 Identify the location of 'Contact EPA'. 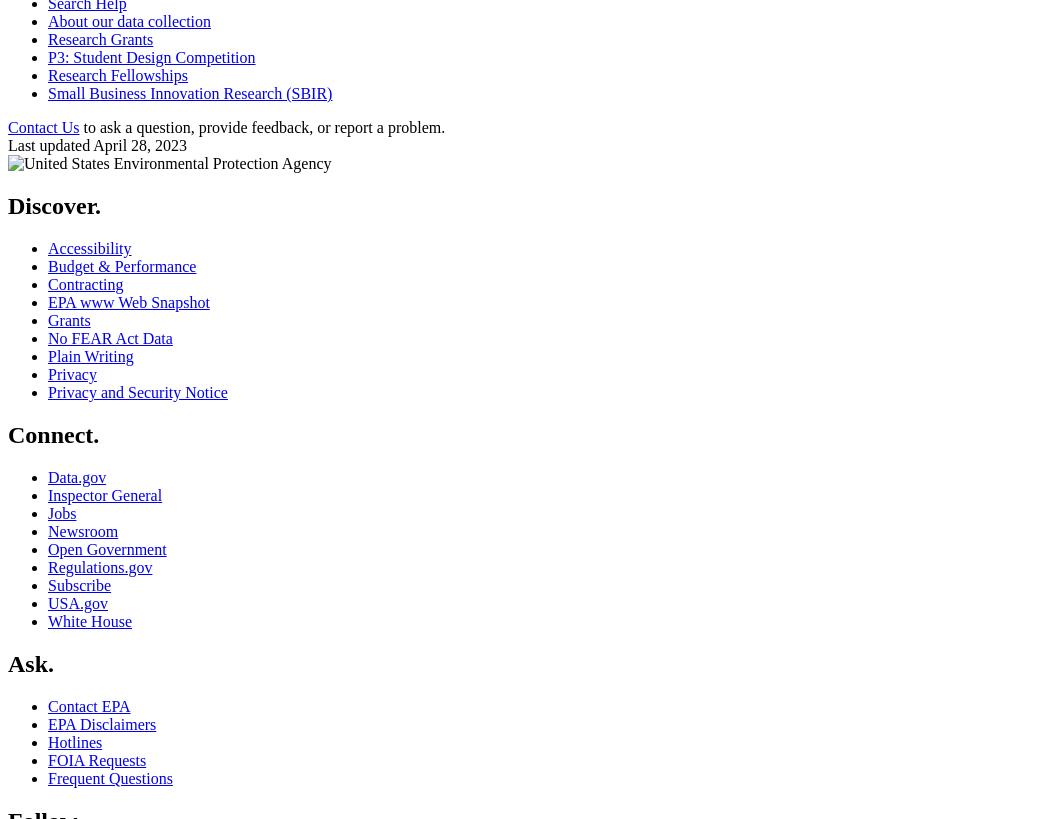
(89, 704).